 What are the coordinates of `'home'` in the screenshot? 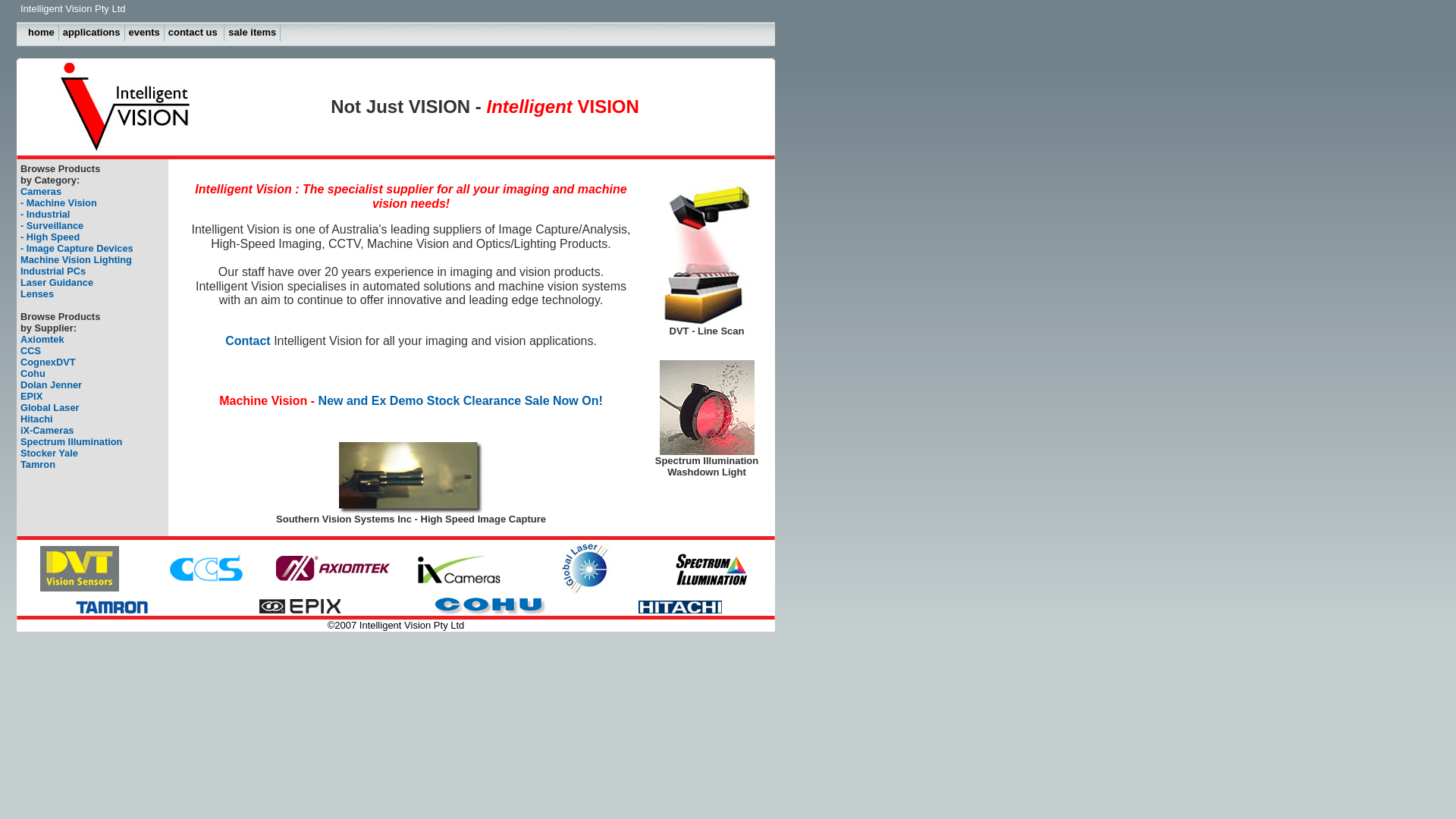 It's located at (41, 33).